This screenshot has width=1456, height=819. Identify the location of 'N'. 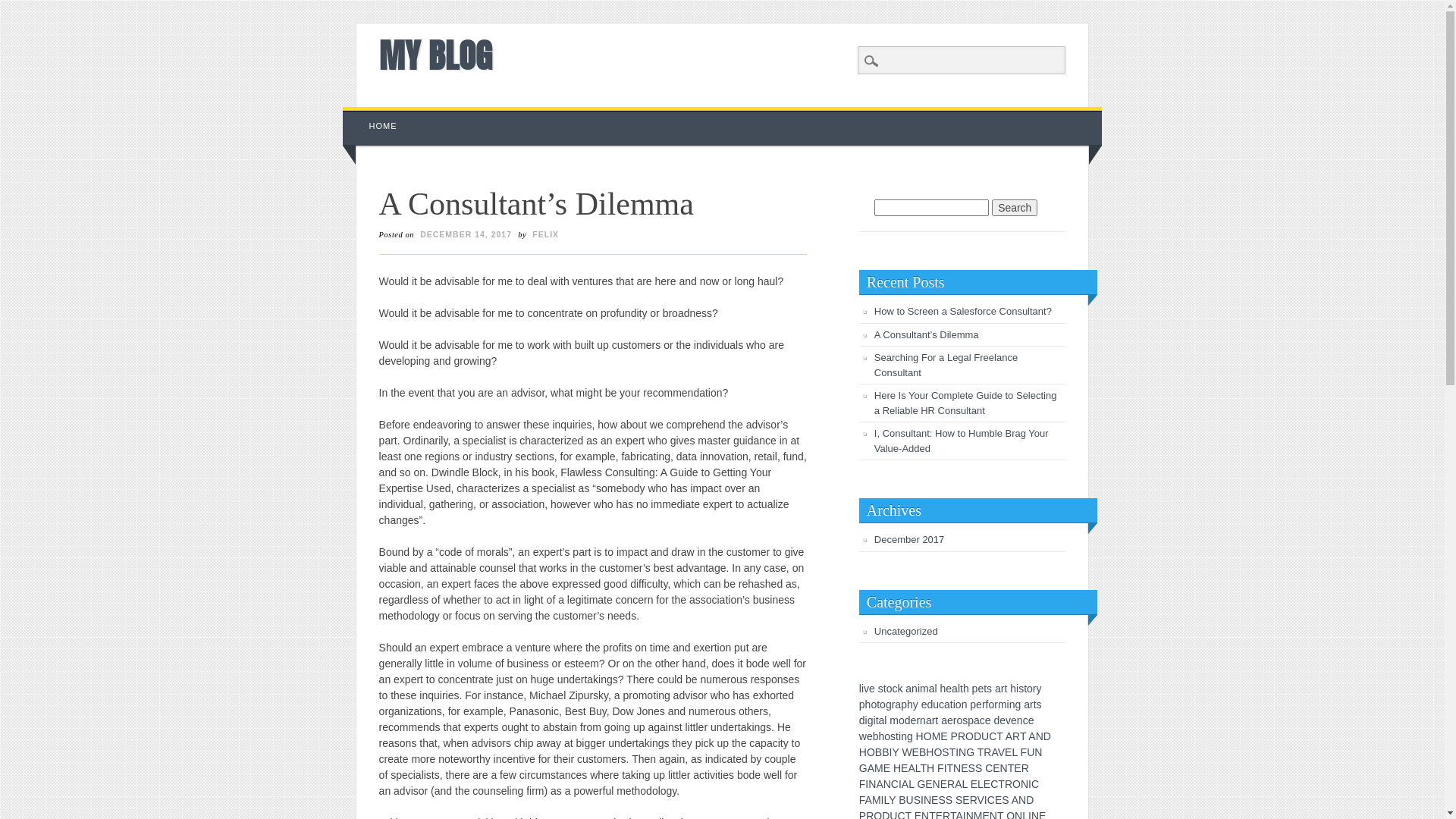
(887, 783).